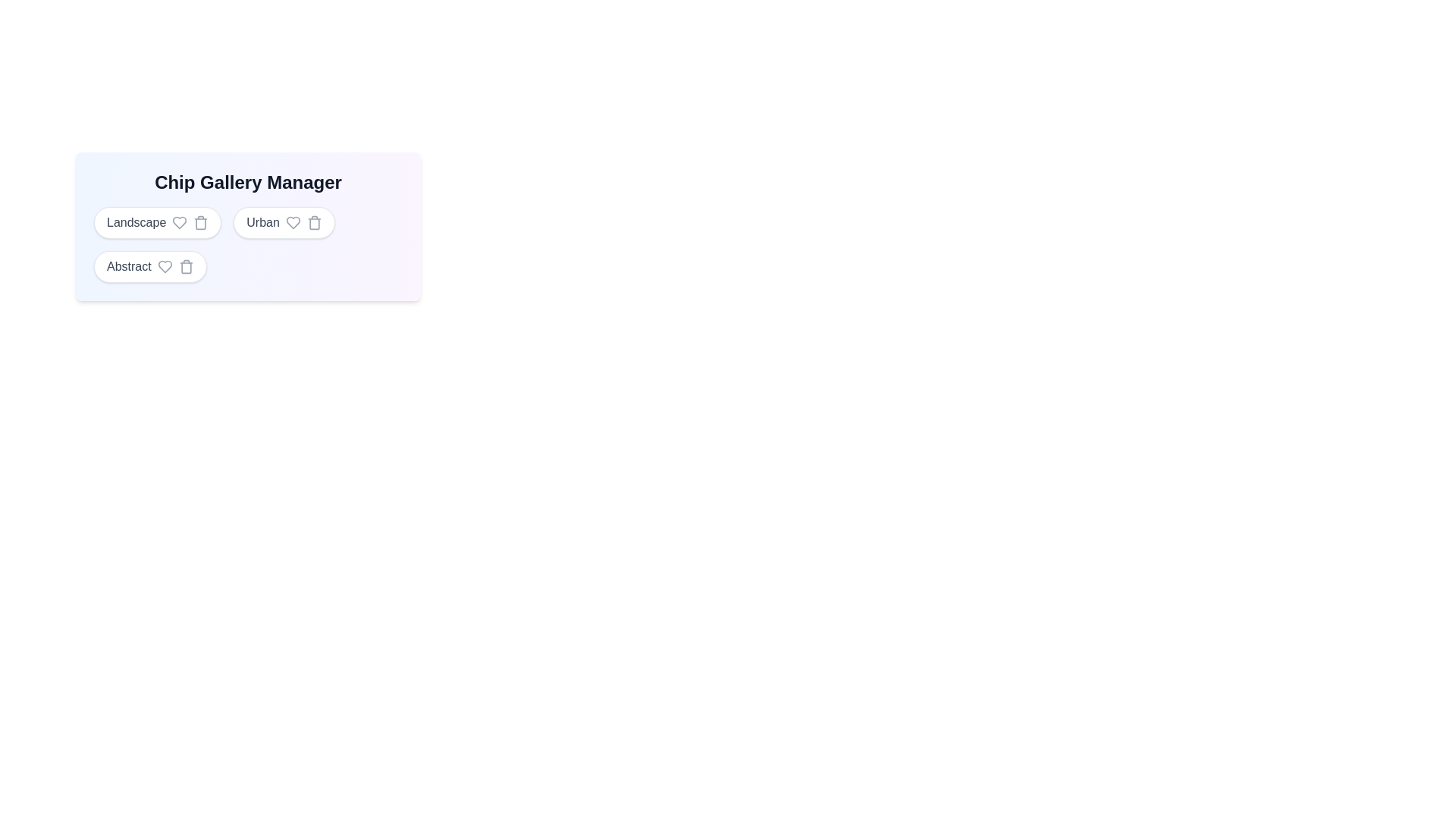 Image resolution: width=1456 pixels, height=819 pixels. I want to click on the heart icon of the chip labeled Urban to toggle its liked state, so click(293, 222).